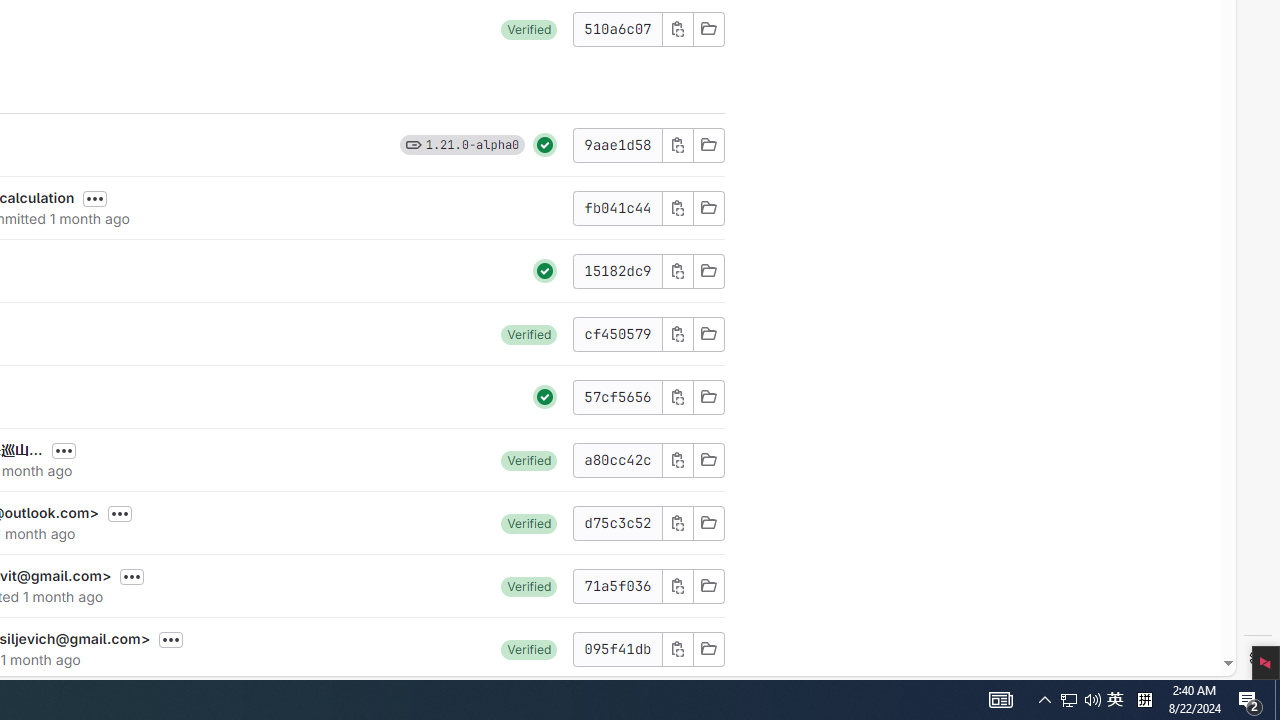 This screenshot has width=1280, height=720. I want to click on '1.21.0-alpha0', so click(471, 143).